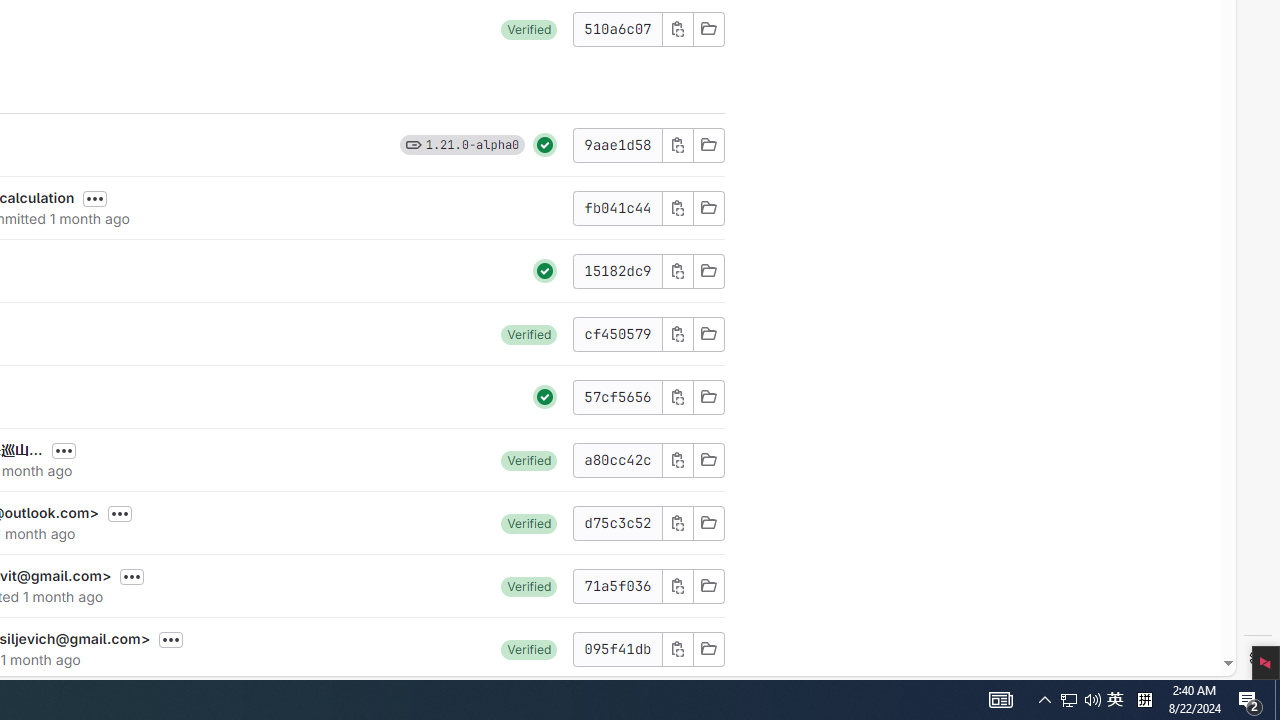 This screenshot has width=1280, height=720. I want to click on '1.21.0-alpha0', so click(471, 143).